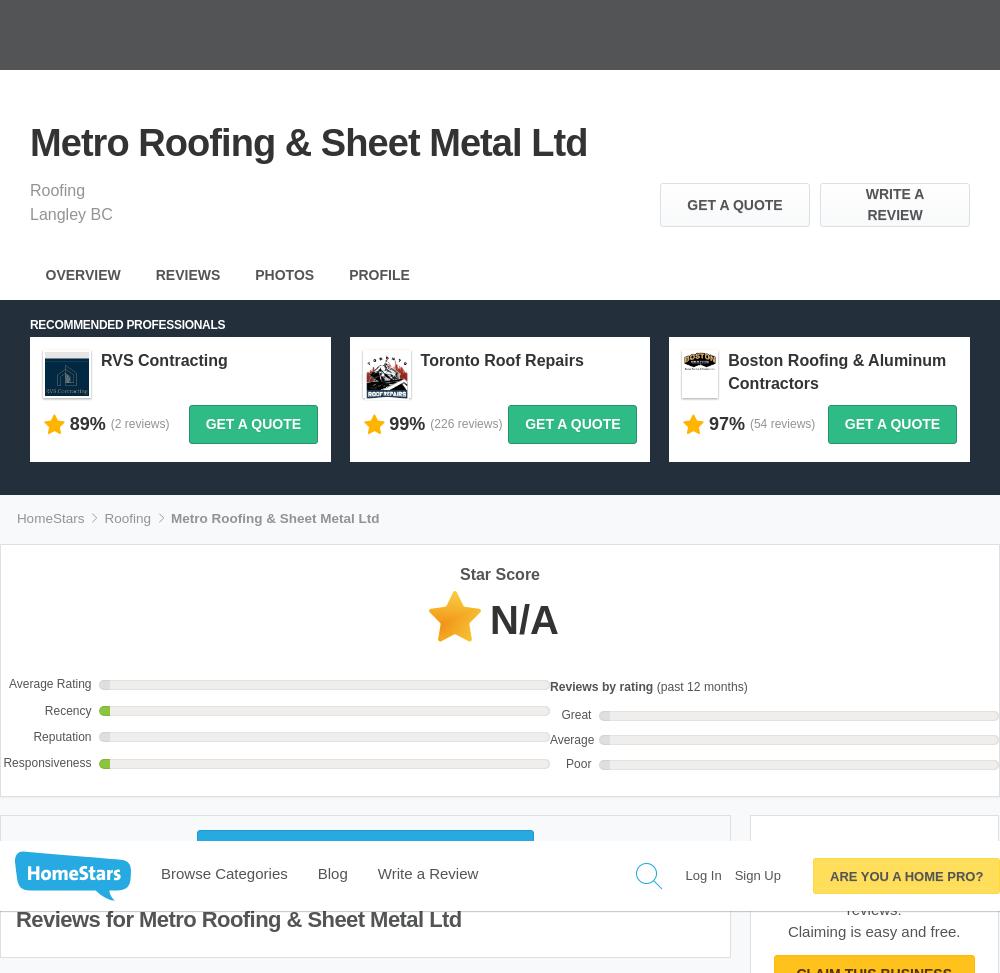  I want to click on '2', so click(837, 268).